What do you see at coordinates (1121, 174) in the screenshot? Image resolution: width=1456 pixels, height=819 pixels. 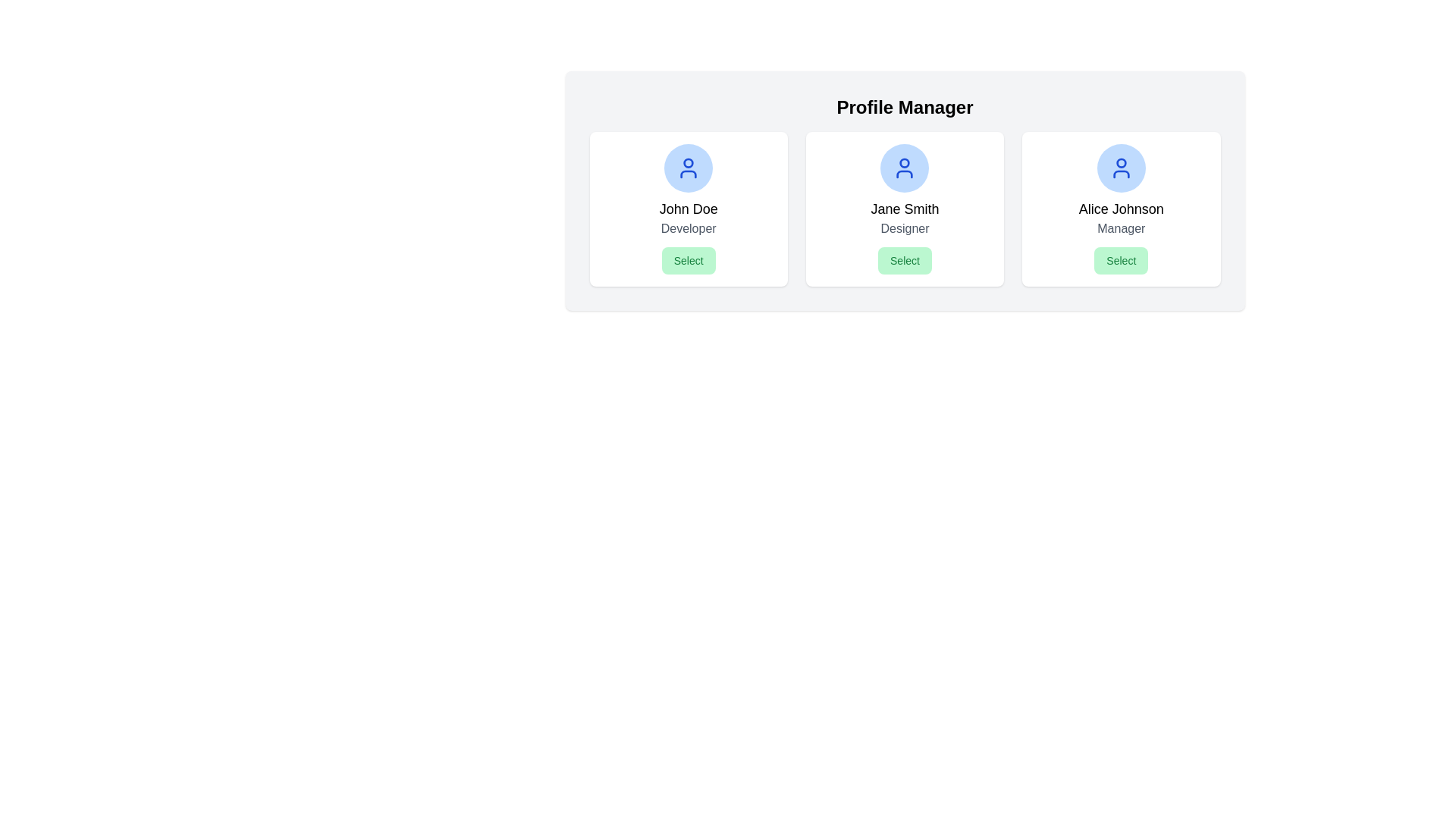 I see `the blue-colored user icon representing the avatar of 'Alice Johnson Manager' in the third card under the 'Profile Manager' section` at bounding box center [1121, 174].